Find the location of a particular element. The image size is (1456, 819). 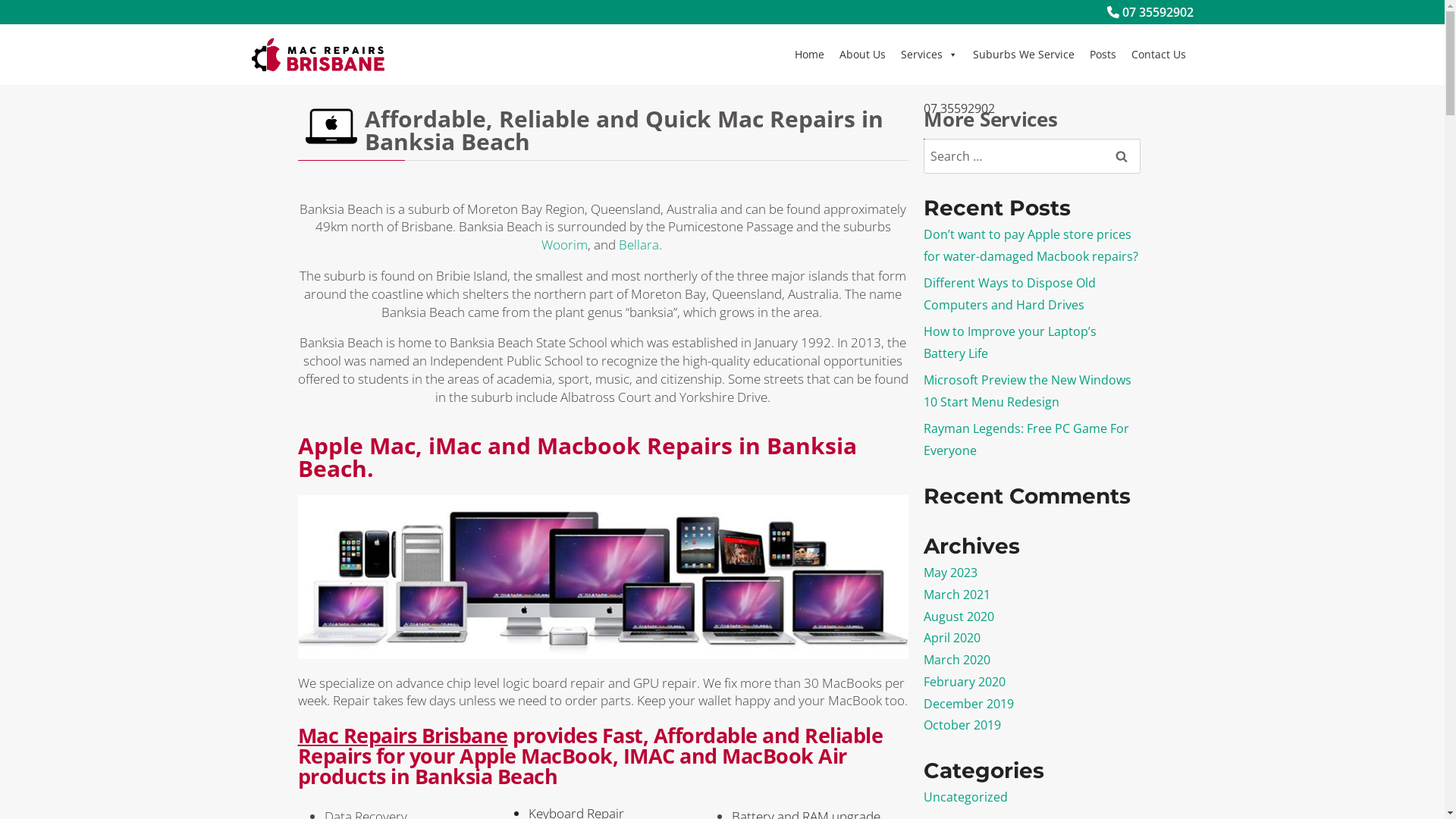

'December 2019' is located at coordinates (968, 704).